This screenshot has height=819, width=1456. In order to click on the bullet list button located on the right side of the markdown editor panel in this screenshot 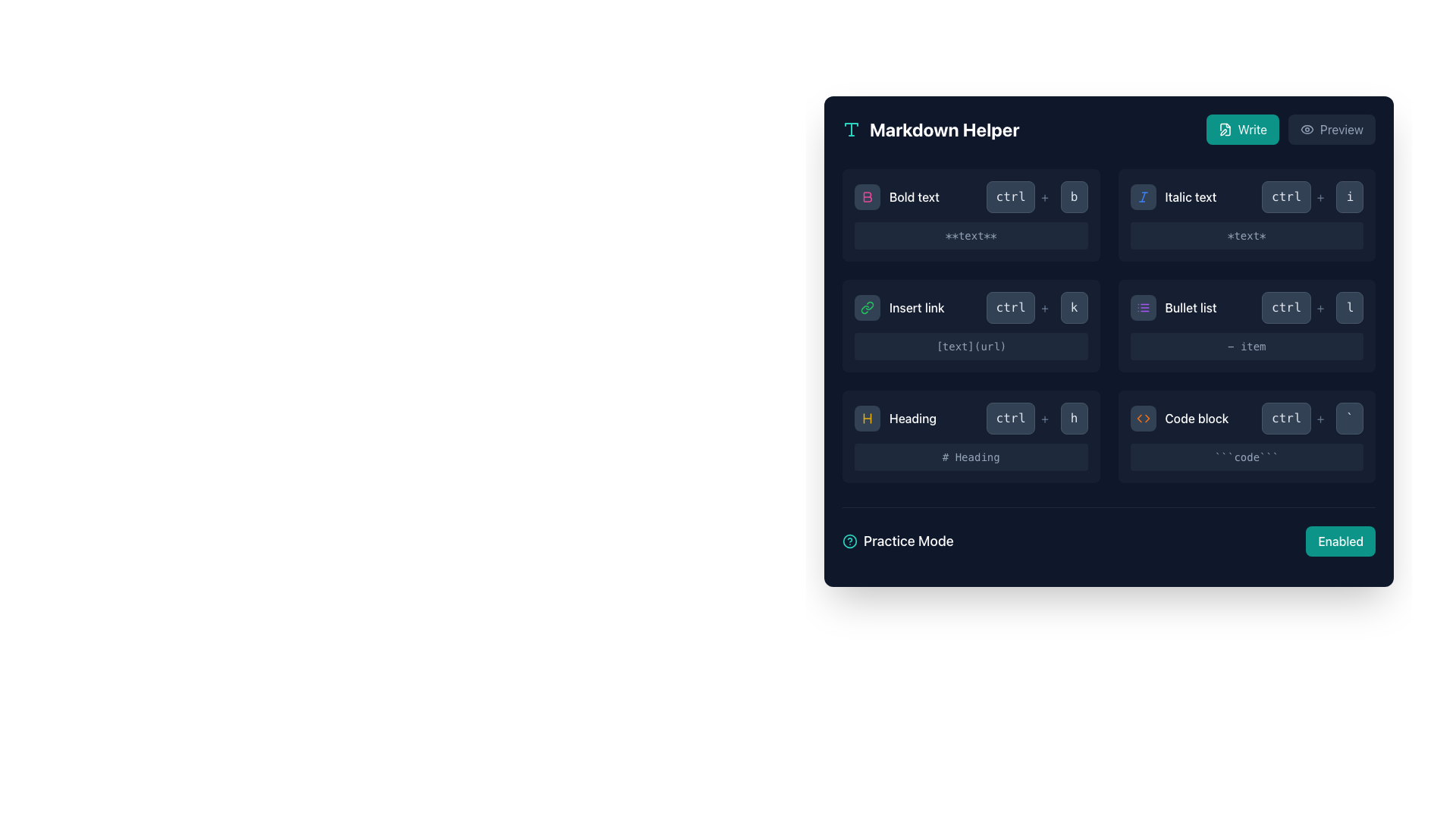, I will do `click(1143, 307)`.